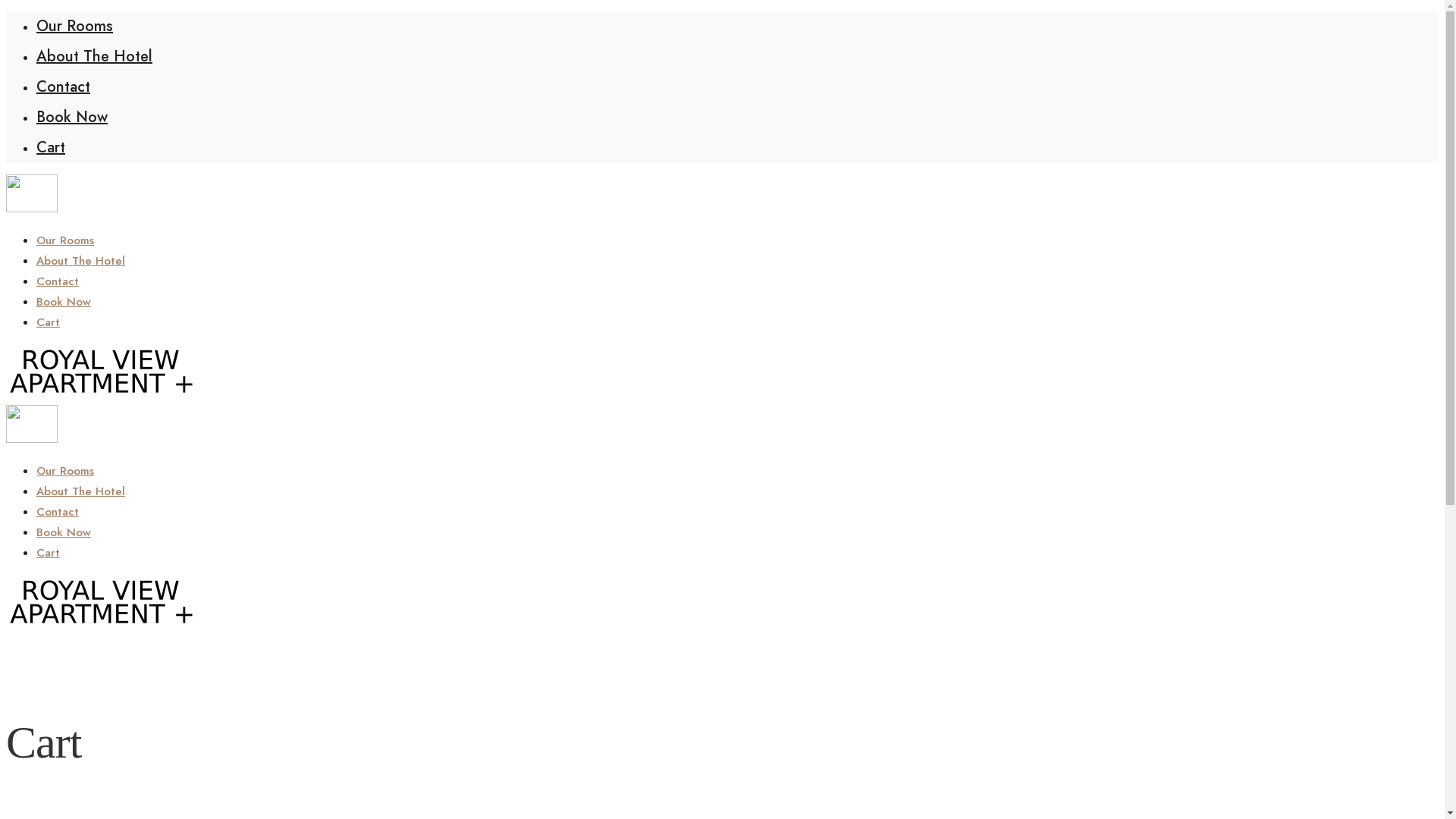 Image resolution: width=1456 pixels, height=819 pixels. Describe the element at coordinates (58, 281) in the screenshot. I see `'Contact'` at that location.